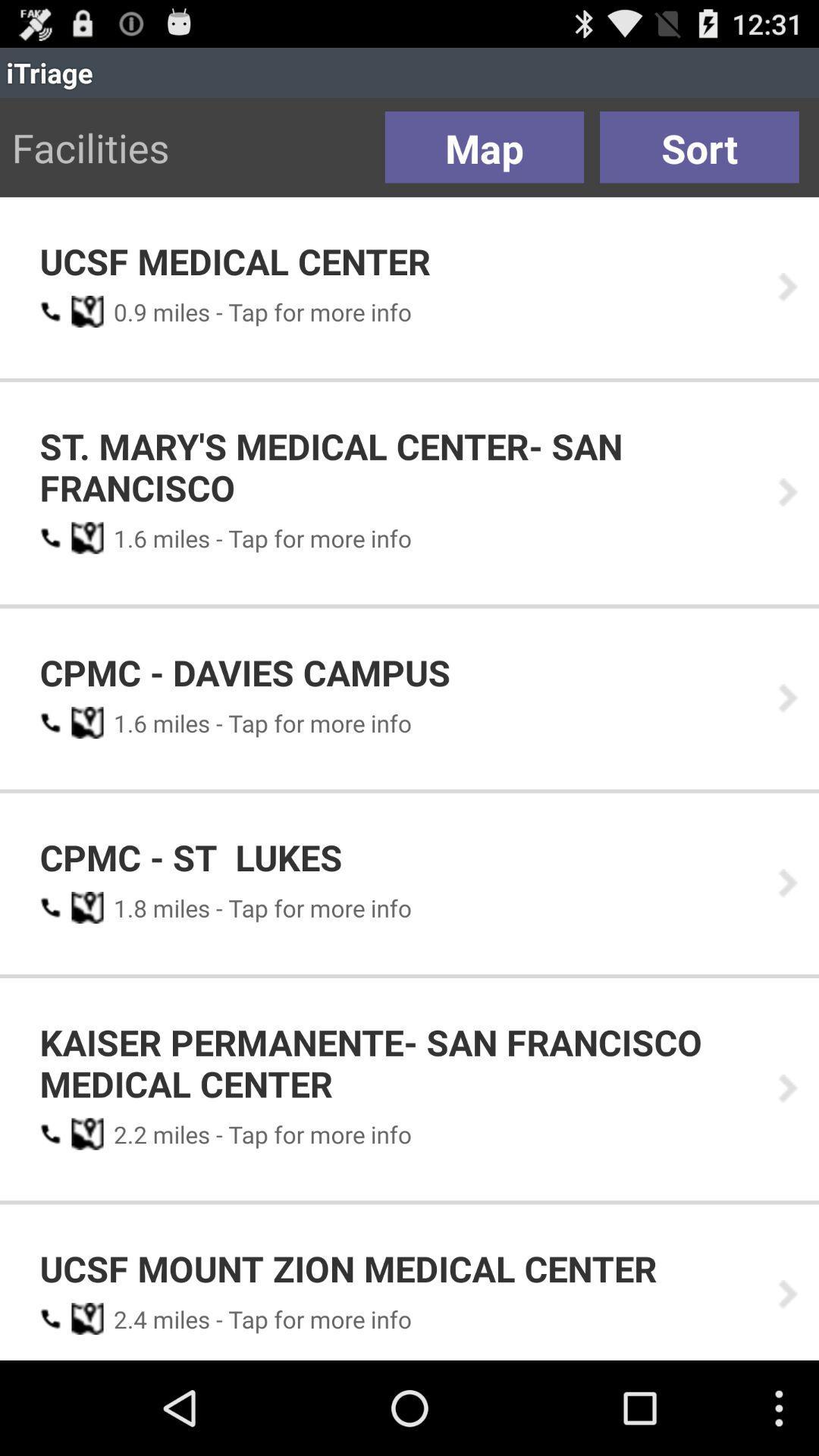  What do you see at coordinates (124, 311) in the screenshot?
I see `the item below the ucsf medical center icon` at bounding box center [124, 311].